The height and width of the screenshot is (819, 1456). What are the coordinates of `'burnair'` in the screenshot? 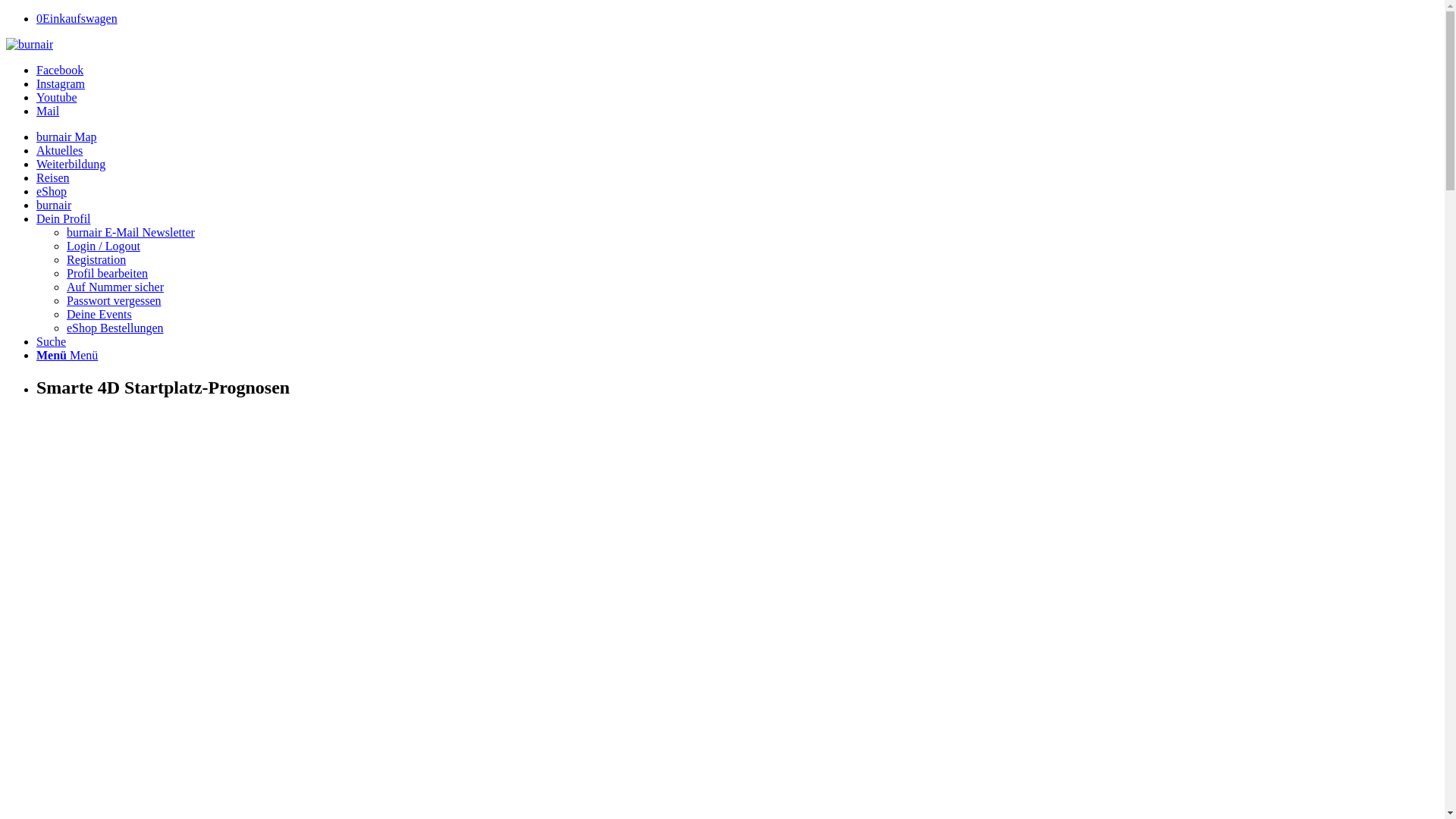 It's located at (36, 205).